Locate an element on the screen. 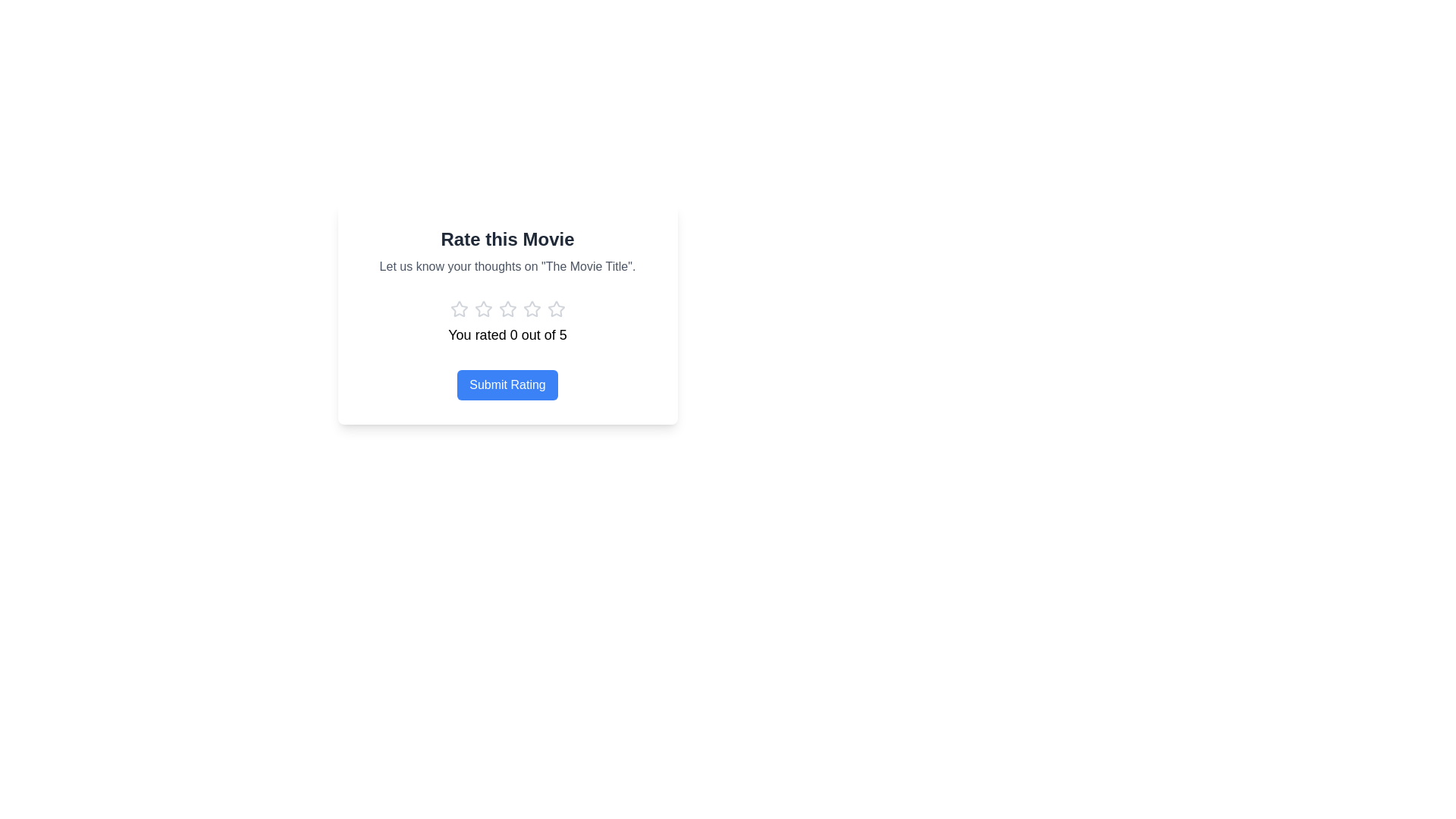  the third star icon is located at coordinates (507, 312).